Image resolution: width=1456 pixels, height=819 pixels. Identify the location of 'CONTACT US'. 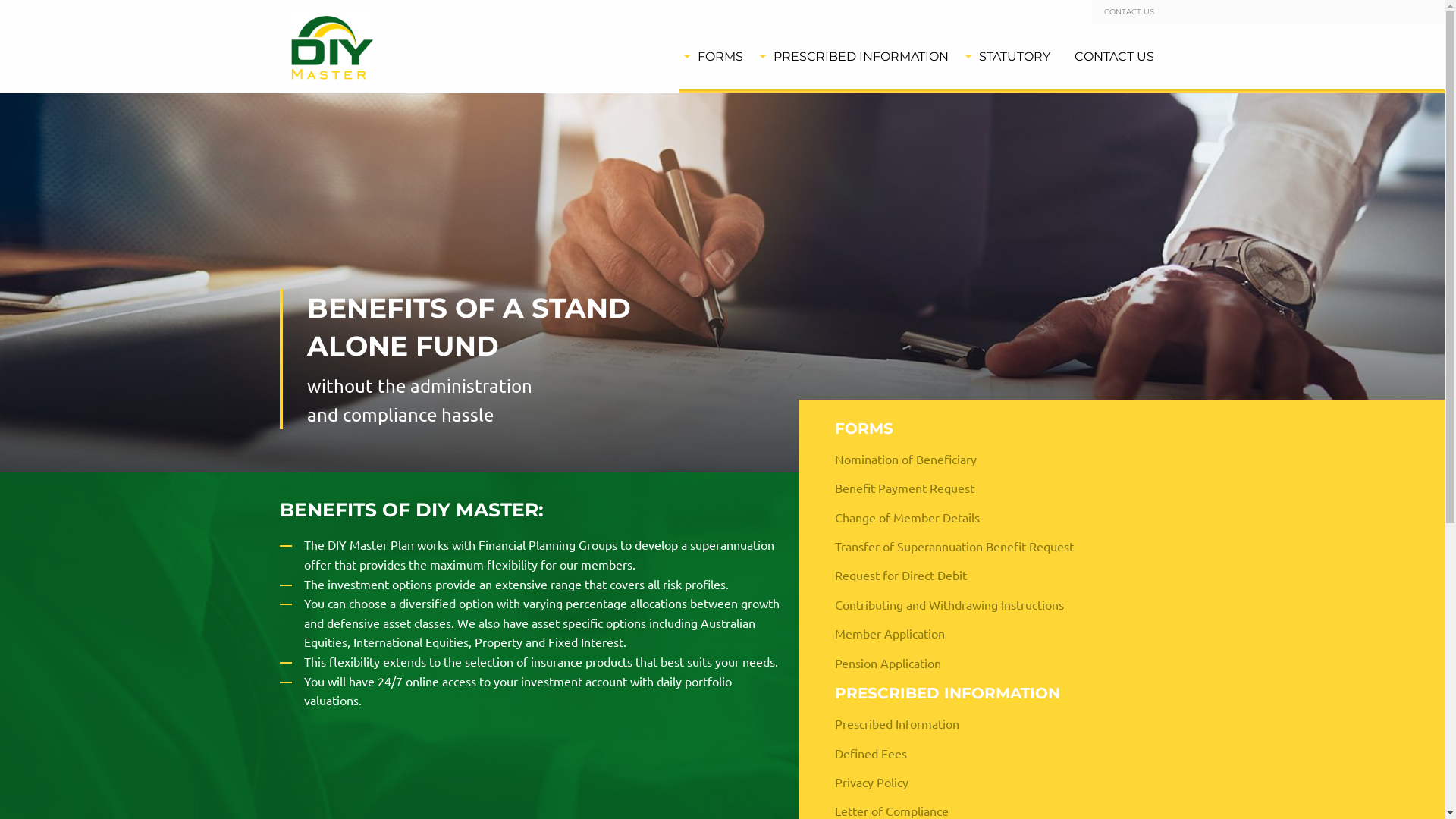
(1113, 55).